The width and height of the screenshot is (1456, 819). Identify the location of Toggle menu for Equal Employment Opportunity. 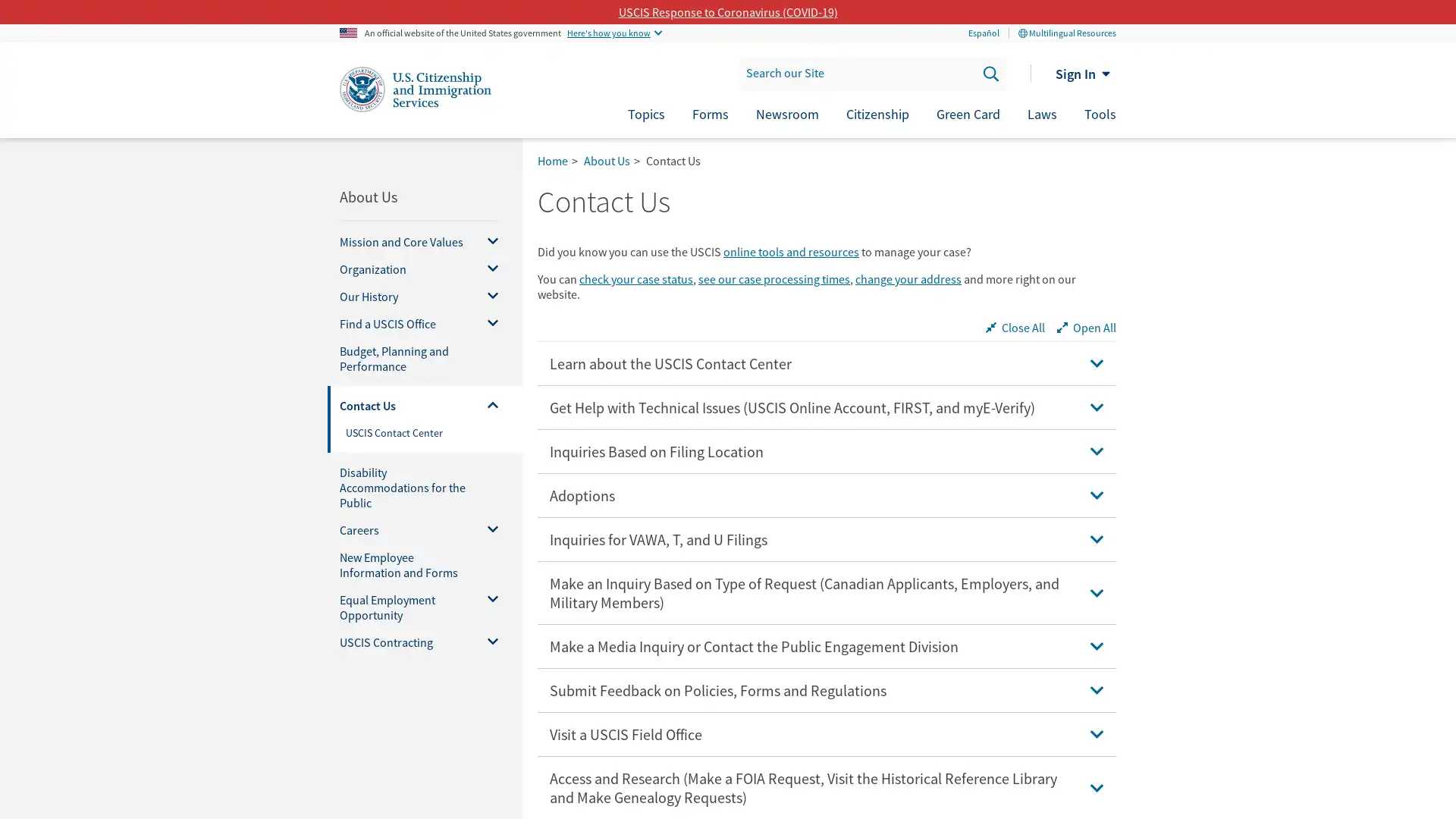
(487, 607).